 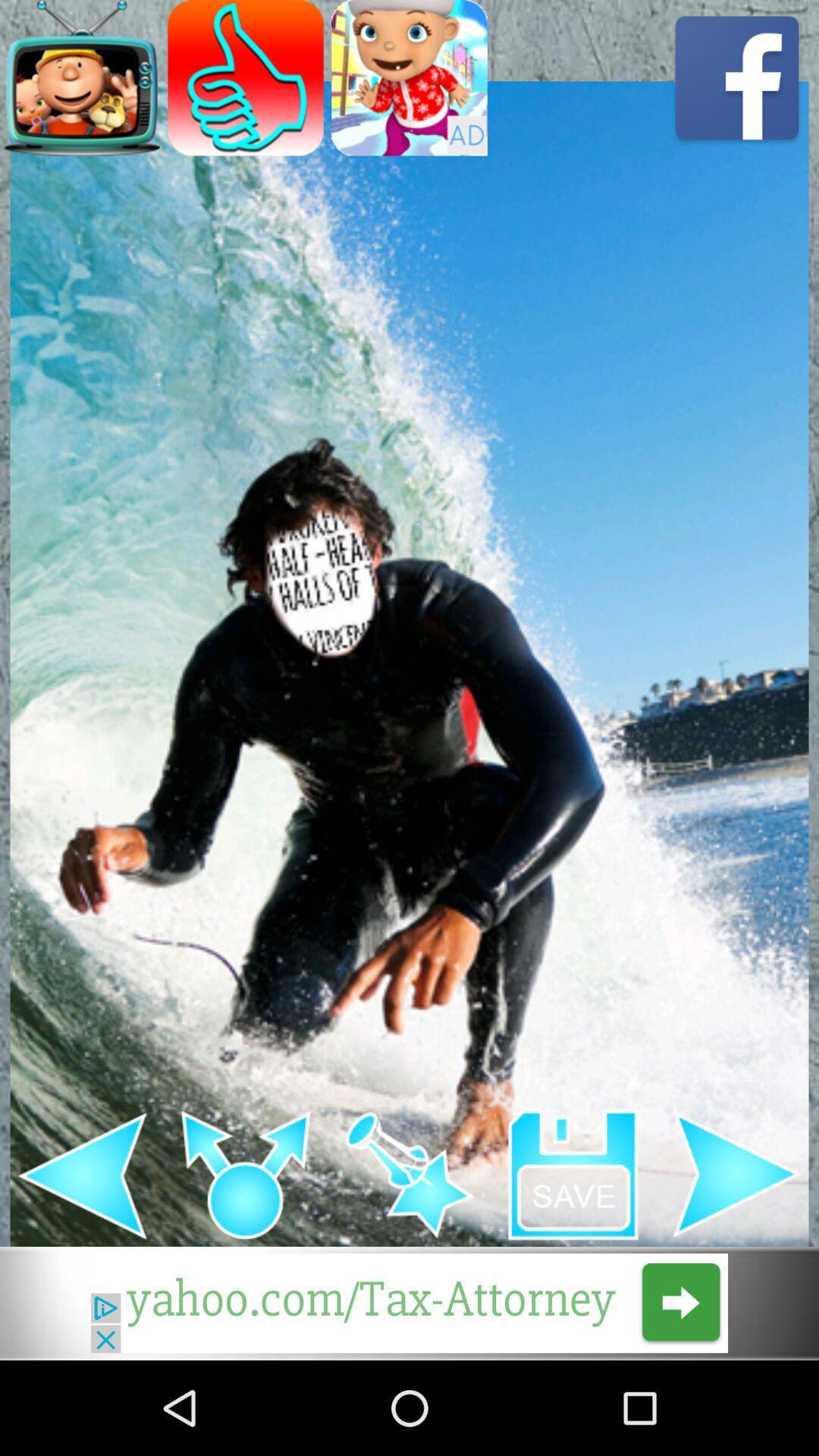 What do you see at coordinates (245, 77) in the screenshot?
I see `thubs up` at bounding box center [245, 77].